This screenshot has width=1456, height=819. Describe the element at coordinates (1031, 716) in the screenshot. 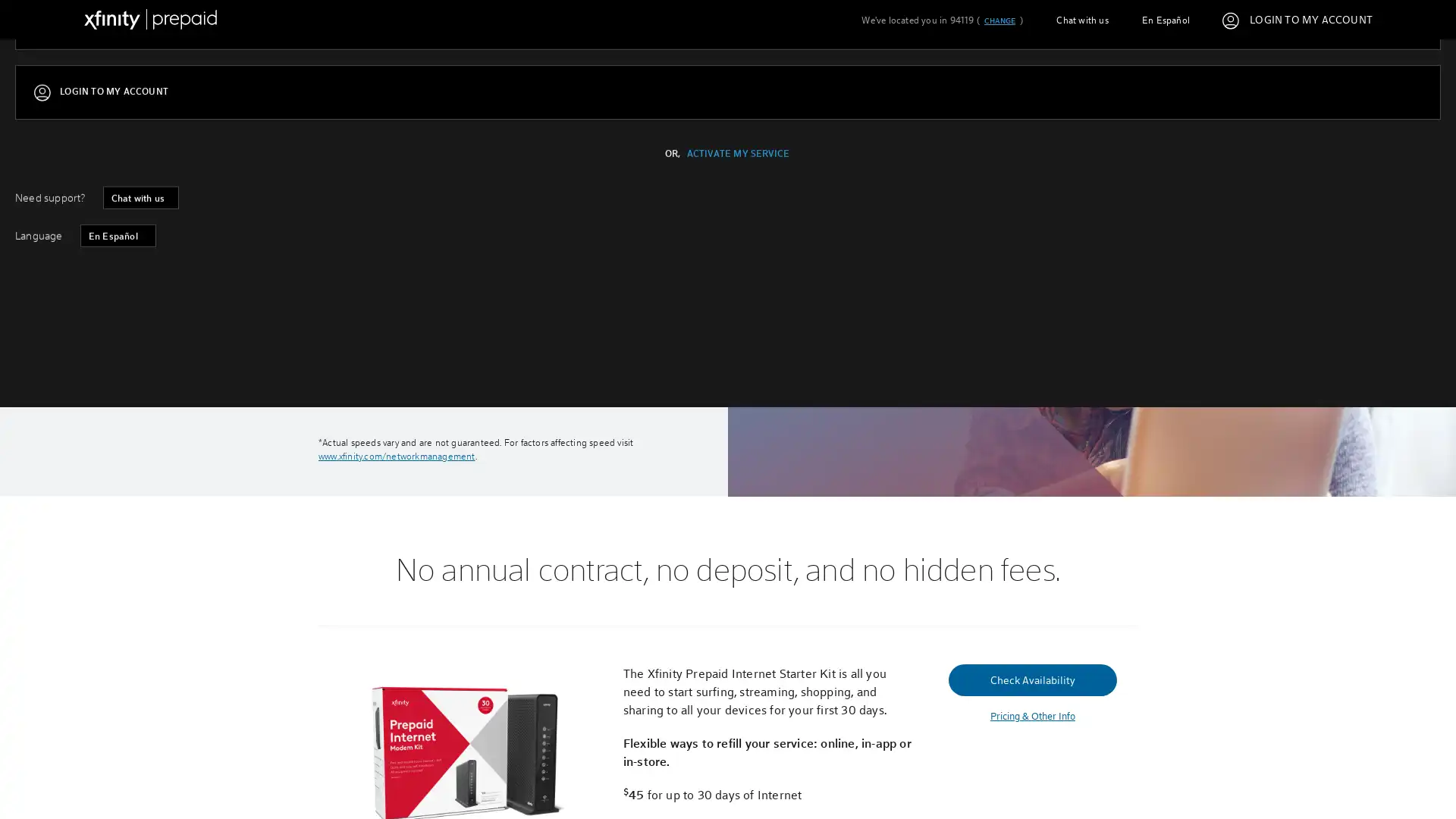

I see `Pricing & Other Info` at that location.